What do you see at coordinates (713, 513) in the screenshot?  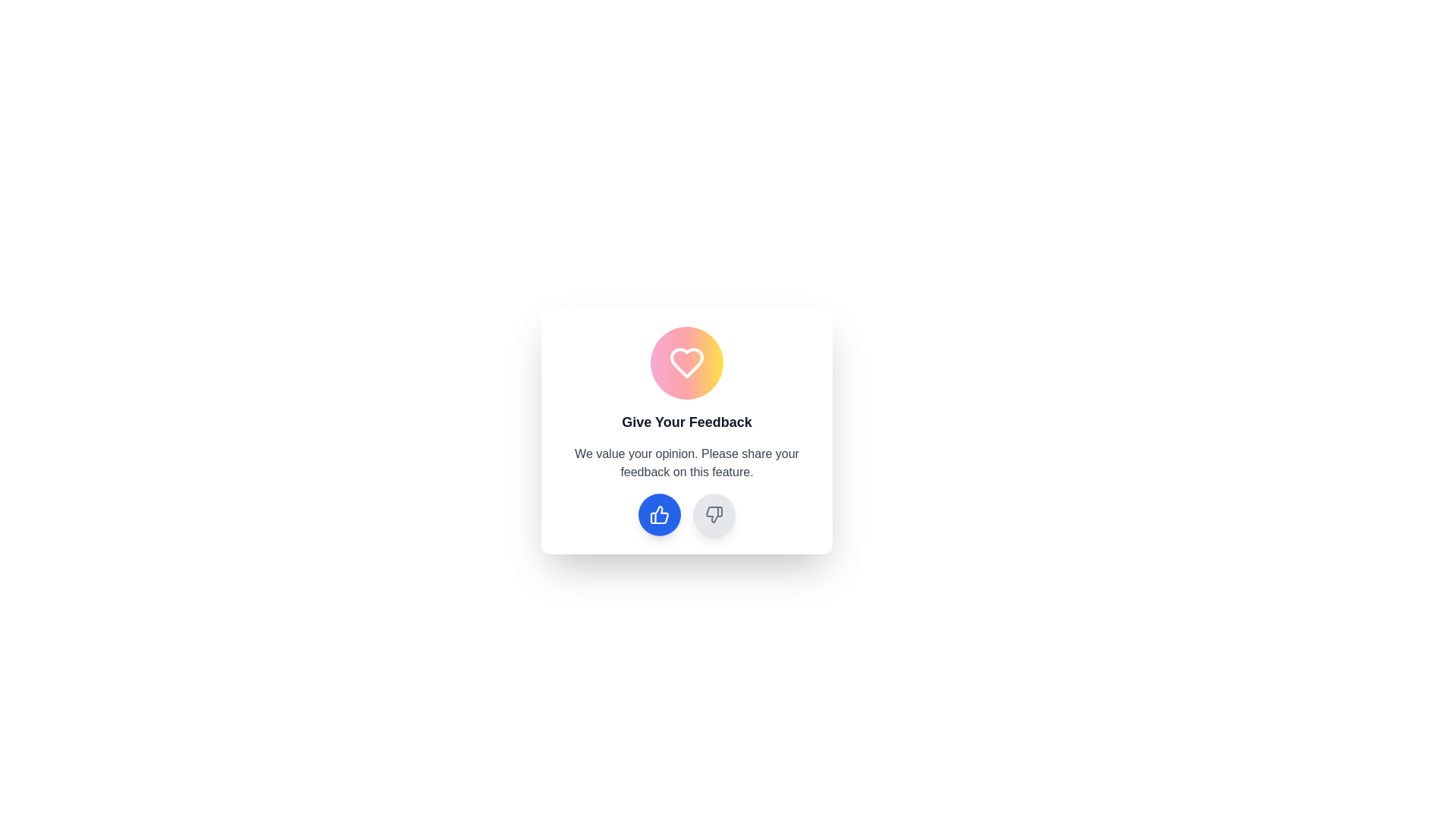 I see `the negative feedback button located to the right of the thumbs-up button in the feedback form` at bounding box center [713, 513].